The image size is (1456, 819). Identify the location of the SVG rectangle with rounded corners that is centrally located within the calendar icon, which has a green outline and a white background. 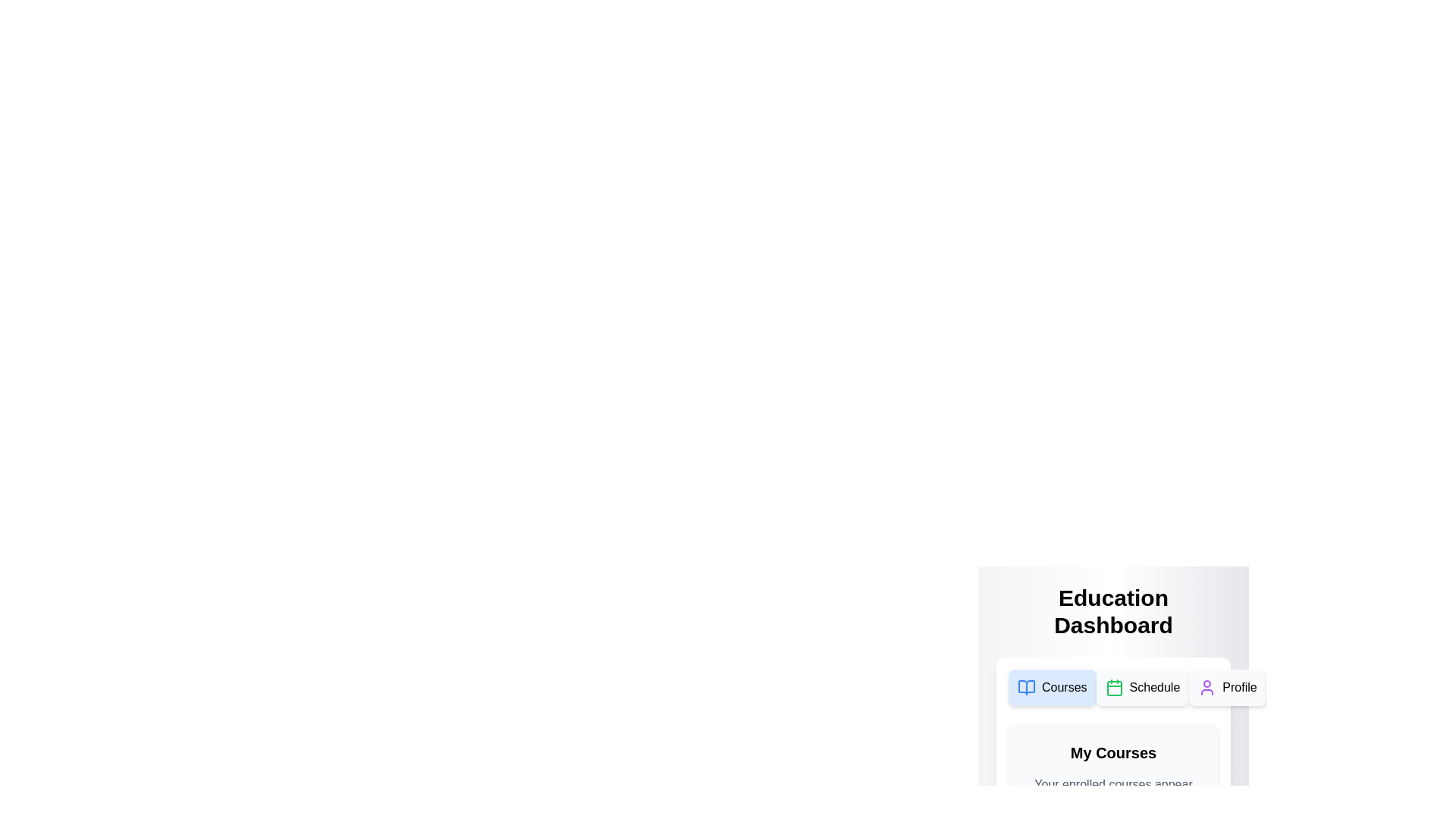
(1114, 688).